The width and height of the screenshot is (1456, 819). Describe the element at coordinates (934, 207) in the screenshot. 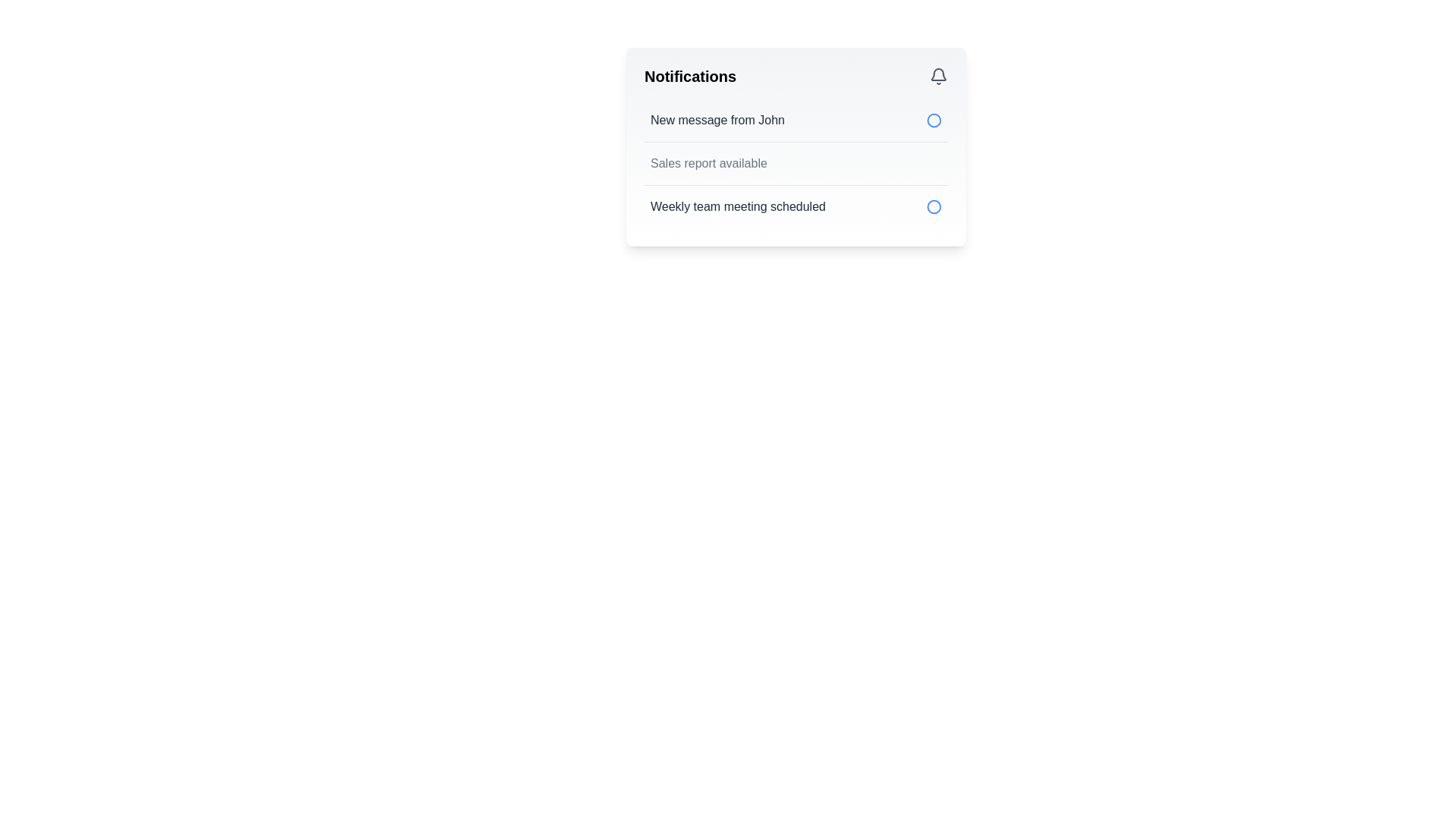

I see `the circular button on the right side of the third notification item that contains the text 'Weekly team meeting scheduled'` at that location.